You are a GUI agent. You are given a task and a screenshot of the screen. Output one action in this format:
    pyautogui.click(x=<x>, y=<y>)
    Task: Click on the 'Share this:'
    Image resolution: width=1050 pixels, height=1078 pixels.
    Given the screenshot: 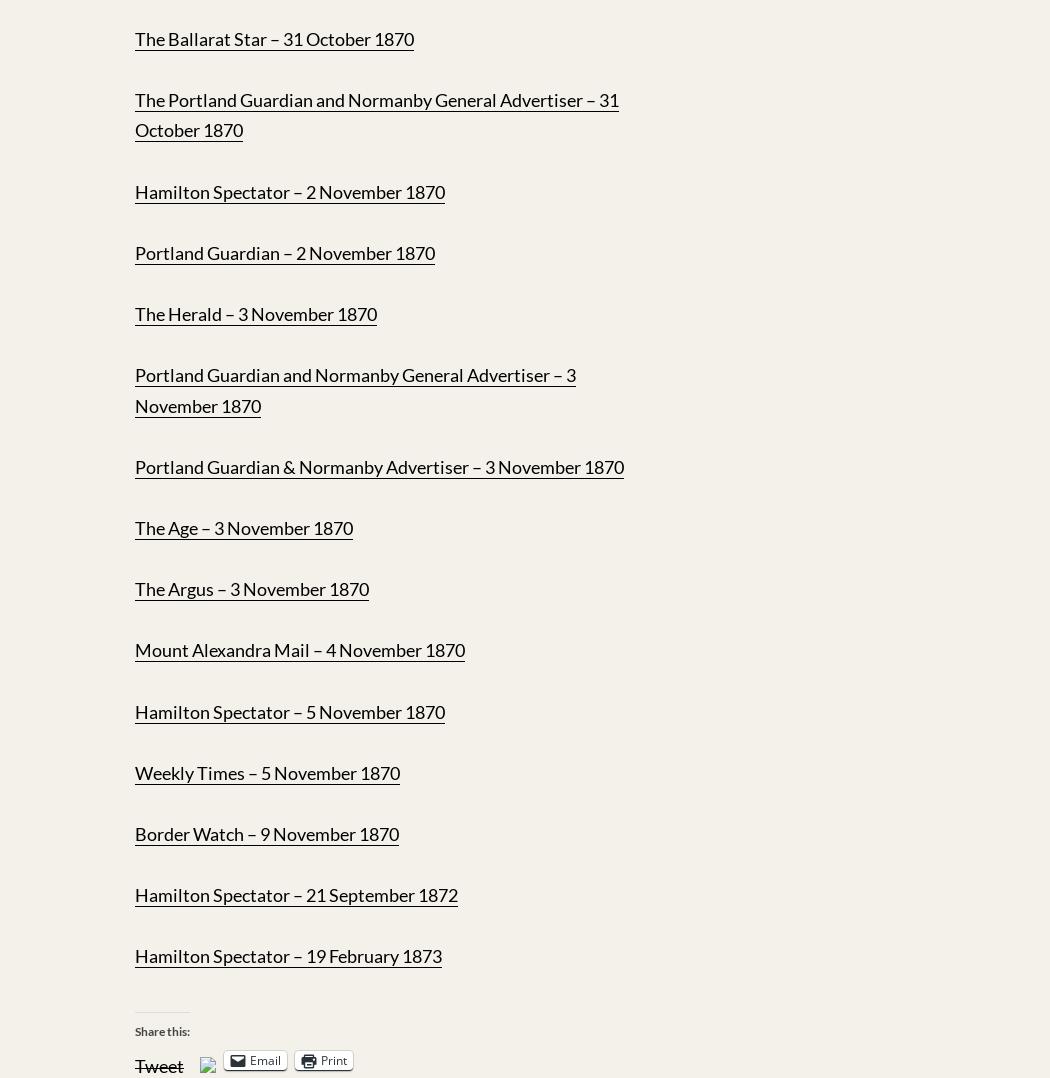 What is the action you would take?
    pyautogui.click(x=134, y=1029)
    